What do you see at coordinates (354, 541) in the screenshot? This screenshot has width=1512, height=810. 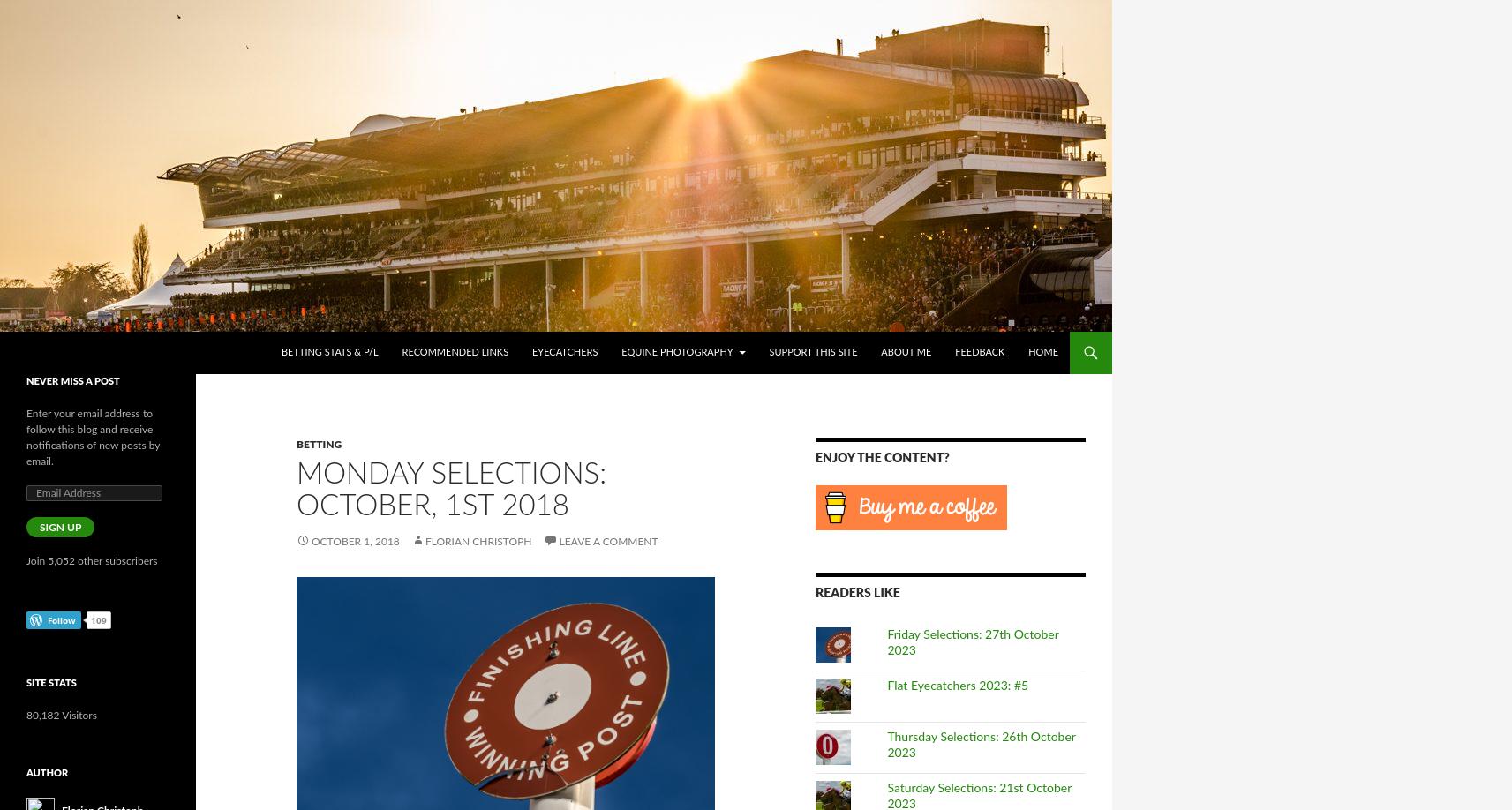 I see `'October 1, 2018'` at bounding box center [354, 541].